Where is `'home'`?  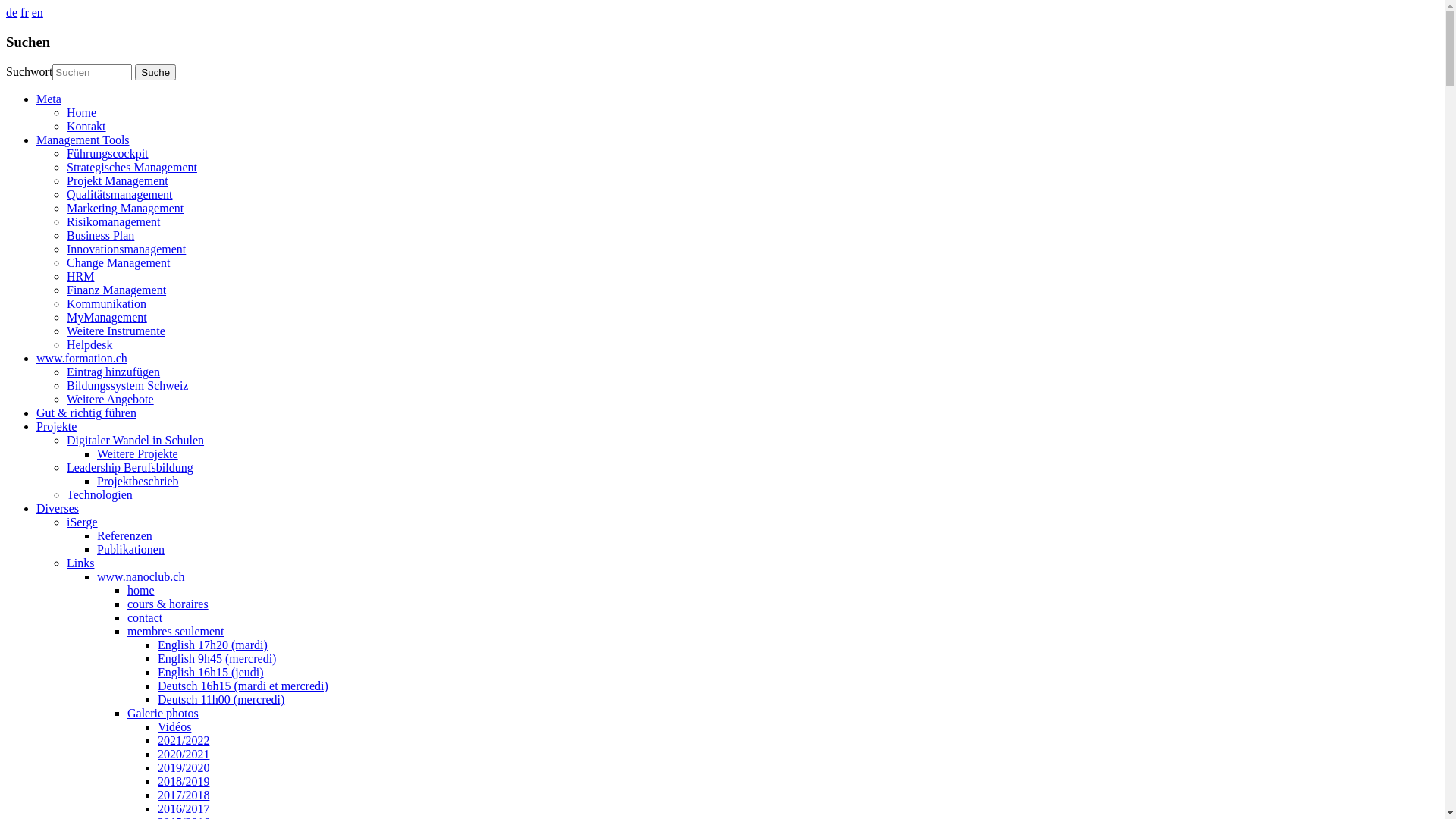
'home' is located at coordinates (127, 589).